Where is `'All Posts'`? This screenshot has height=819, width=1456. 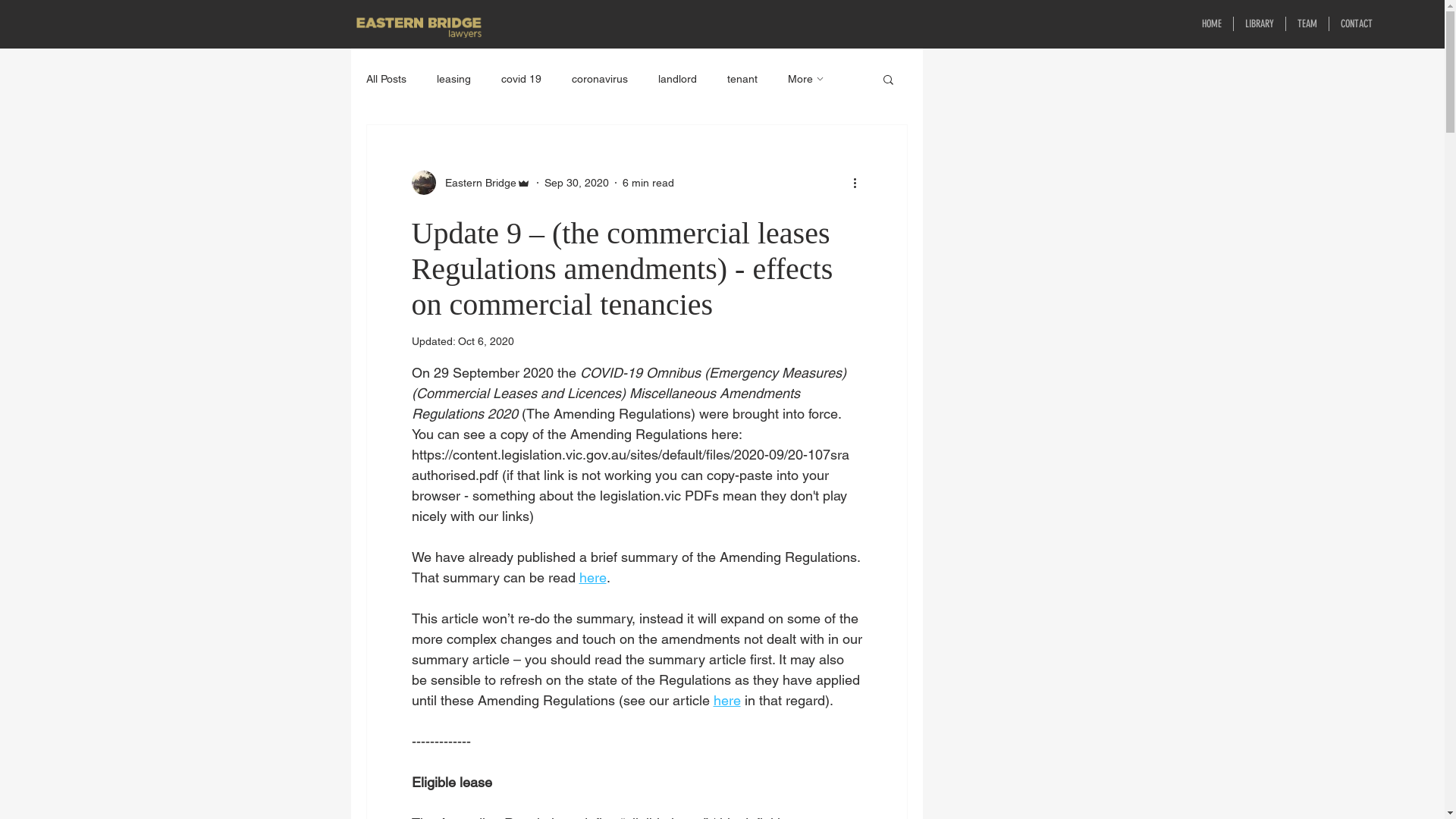
'All Posts' is located at coordinates (385, 79).